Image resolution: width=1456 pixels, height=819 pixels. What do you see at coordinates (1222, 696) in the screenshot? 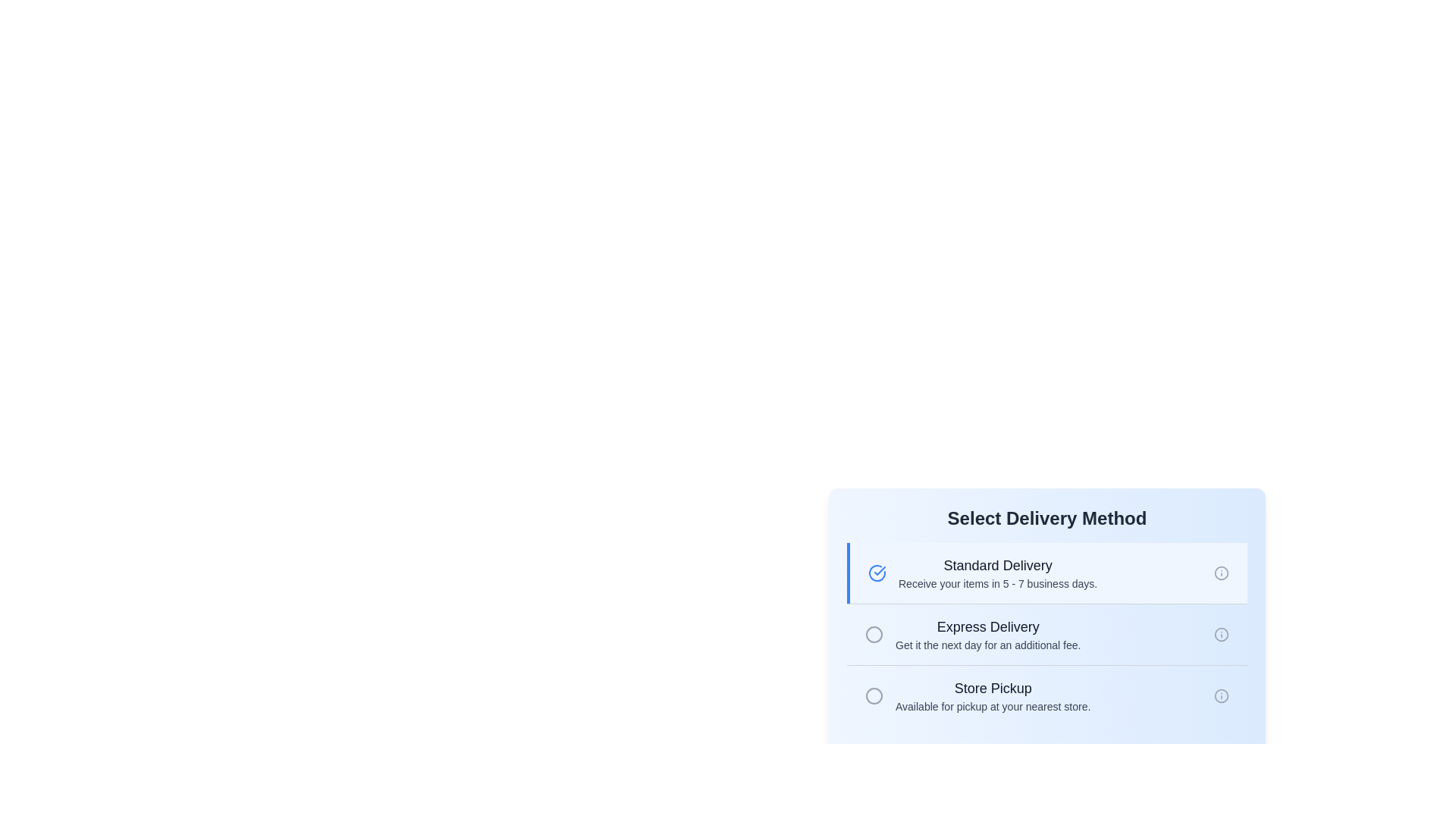
I see `the decorative SVG circle graphic component located next to the 'Store Pickup' text, positioned at the bottom of the delivery options` at bounding box center [1222, 696].